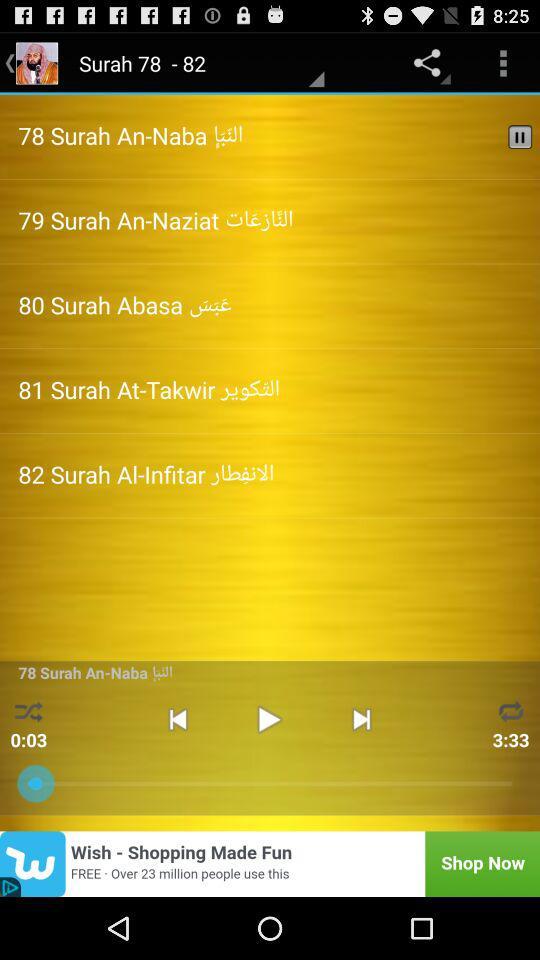  What do you see at coordinates (177, 768) in the screenshot?
I see `the skip_previous icon` at bounding box center [177, 768].